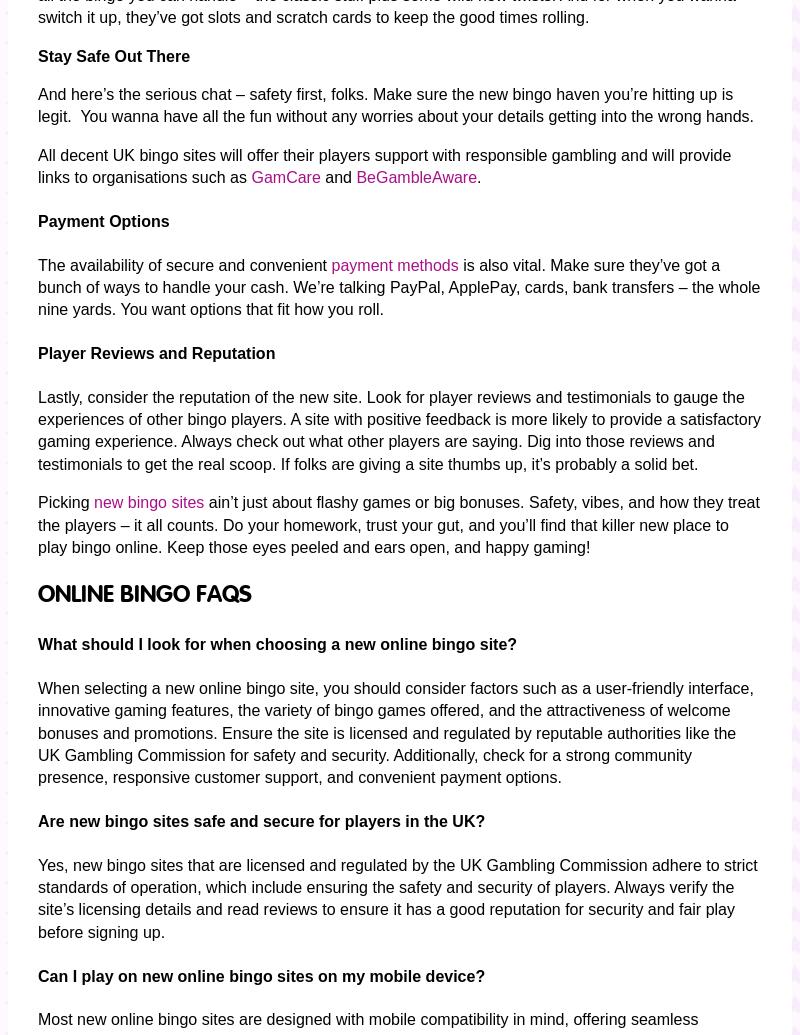 The width and height of the screenshot is (800, 1035). I want to click on 'payment methods', so click(330, 264).